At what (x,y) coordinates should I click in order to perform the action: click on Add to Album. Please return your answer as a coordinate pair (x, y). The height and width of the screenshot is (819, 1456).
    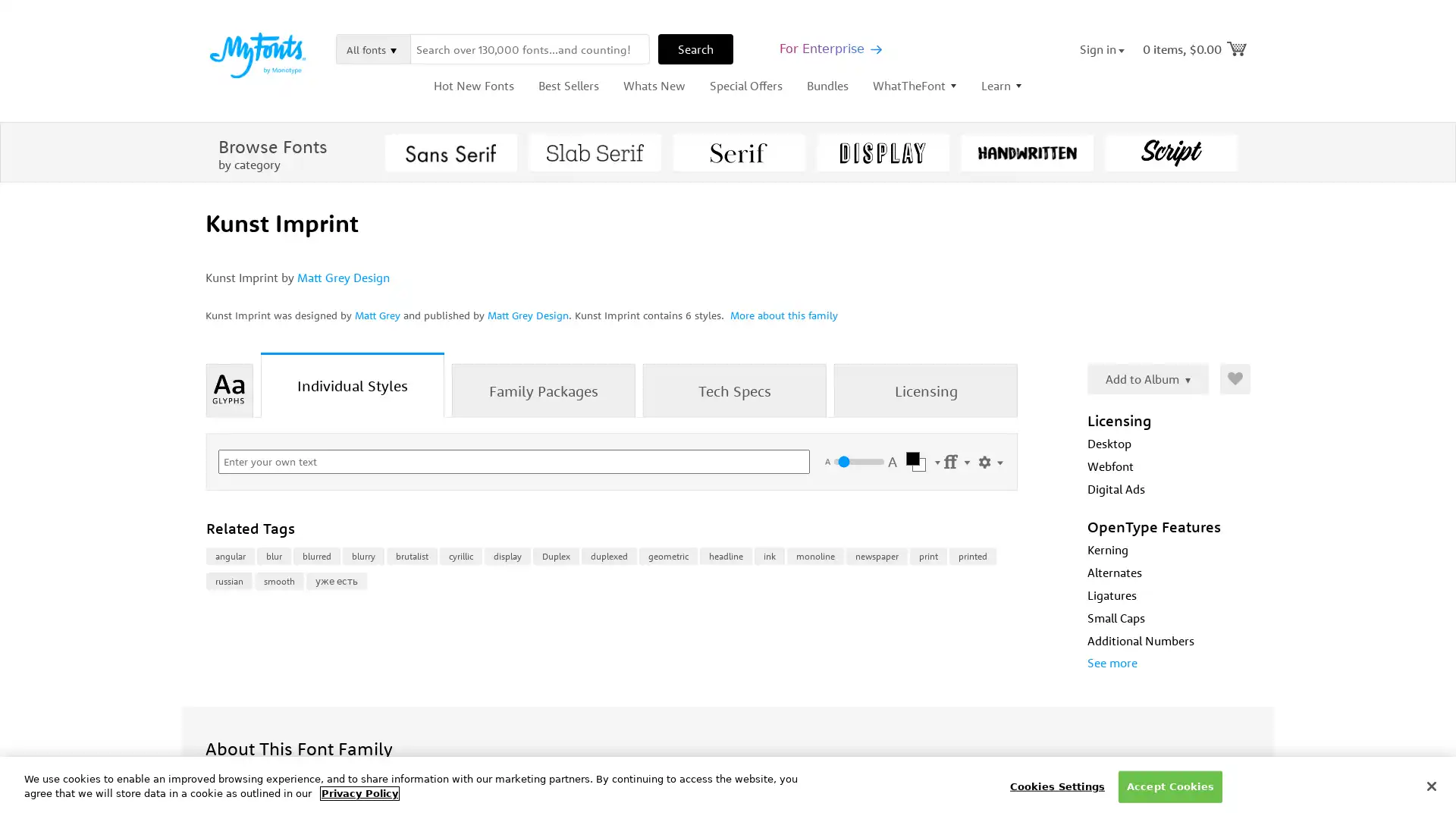
    Looking at the image, I should click on (1147, 378).